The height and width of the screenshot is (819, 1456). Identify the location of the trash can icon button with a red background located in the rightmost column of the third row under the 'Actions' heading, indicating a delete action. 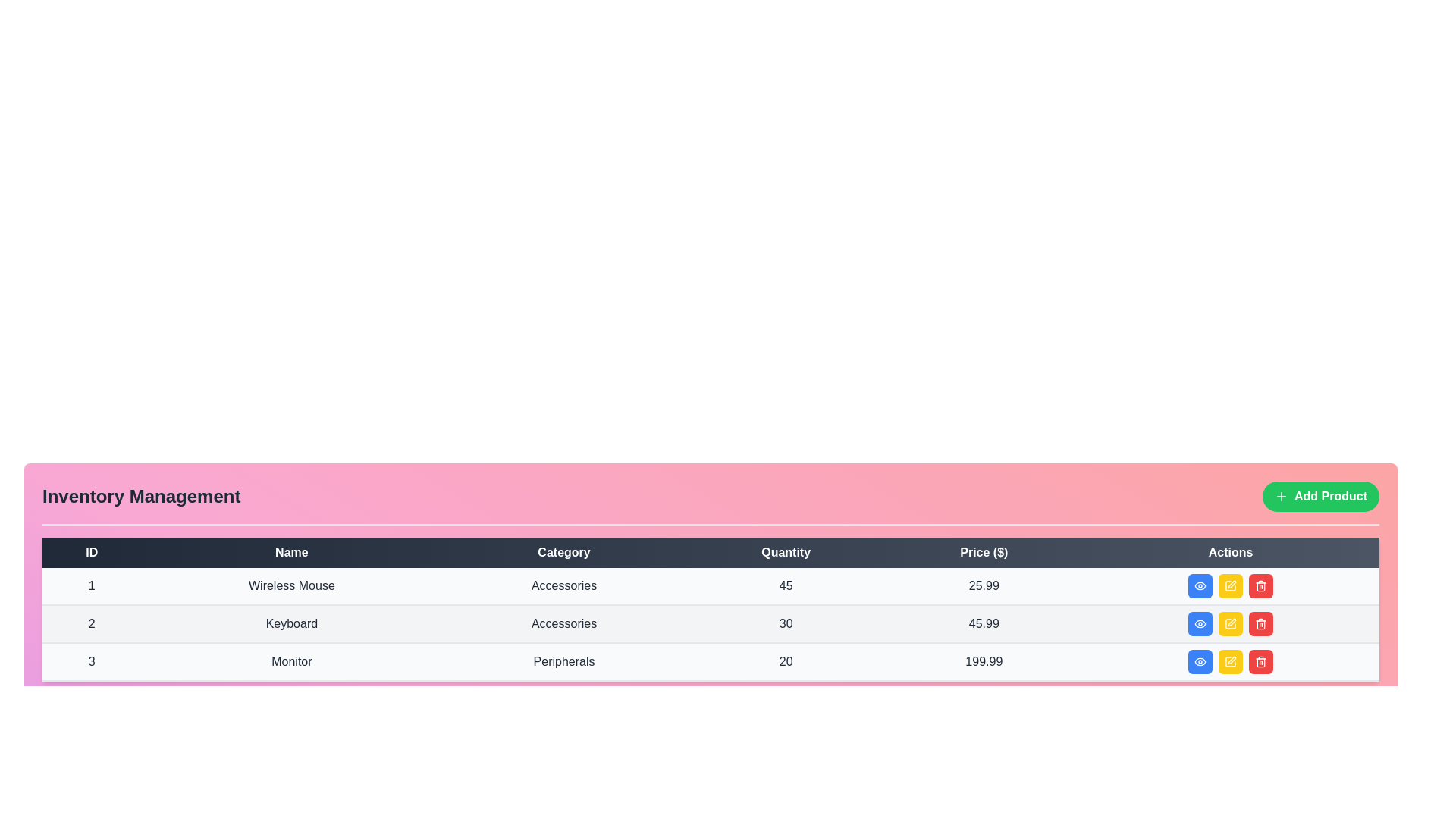
(1261, 661).